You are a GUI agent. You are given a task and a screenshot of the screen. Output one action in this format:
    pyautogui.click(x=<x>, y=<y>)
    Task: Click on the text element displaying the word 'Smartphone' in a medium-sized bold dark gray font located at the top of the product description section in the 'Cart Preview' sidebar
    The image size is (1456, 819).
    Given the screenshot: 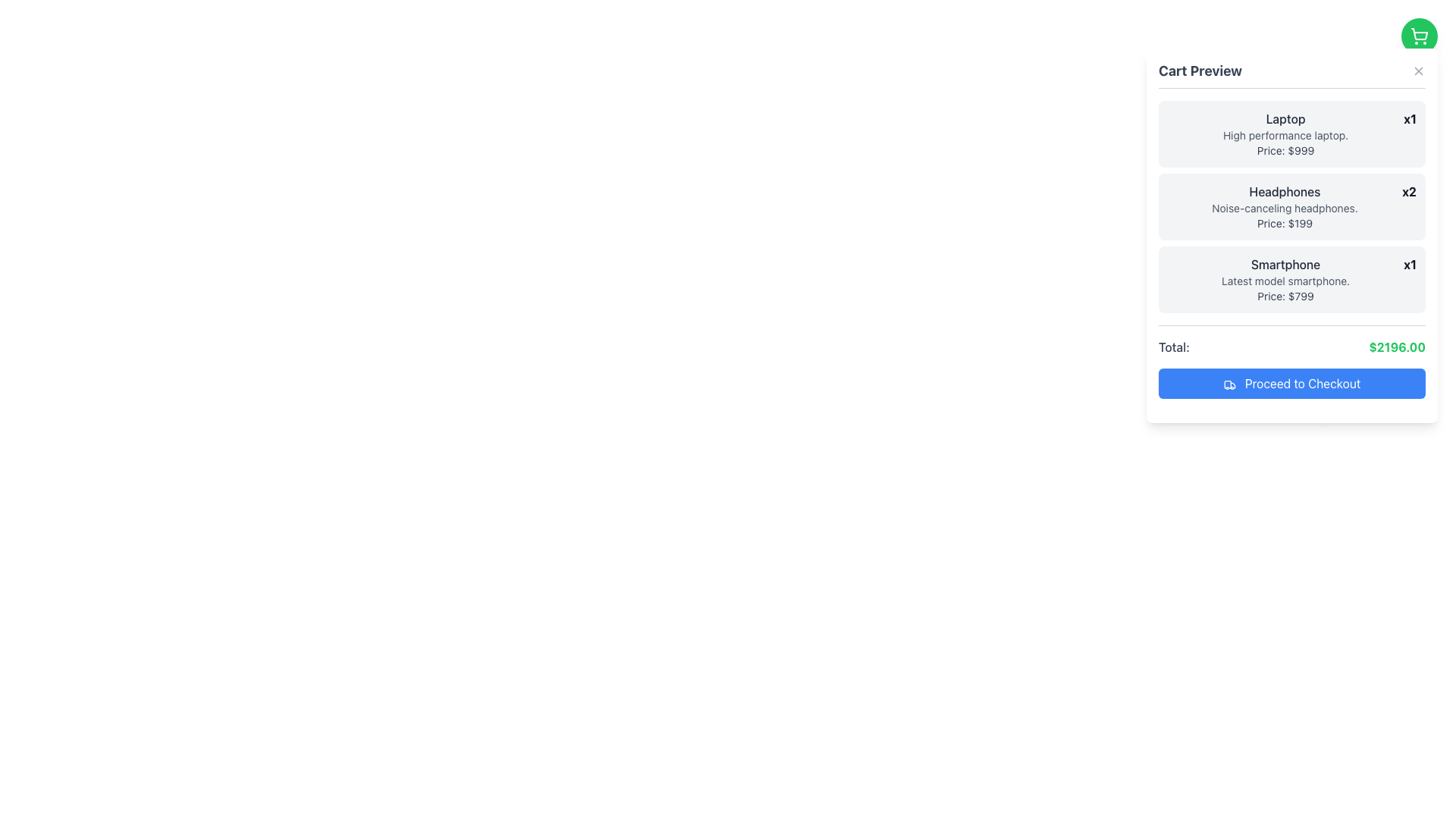 What is the action you would take?
    pyautogui.click(x=1285, y=263)
    